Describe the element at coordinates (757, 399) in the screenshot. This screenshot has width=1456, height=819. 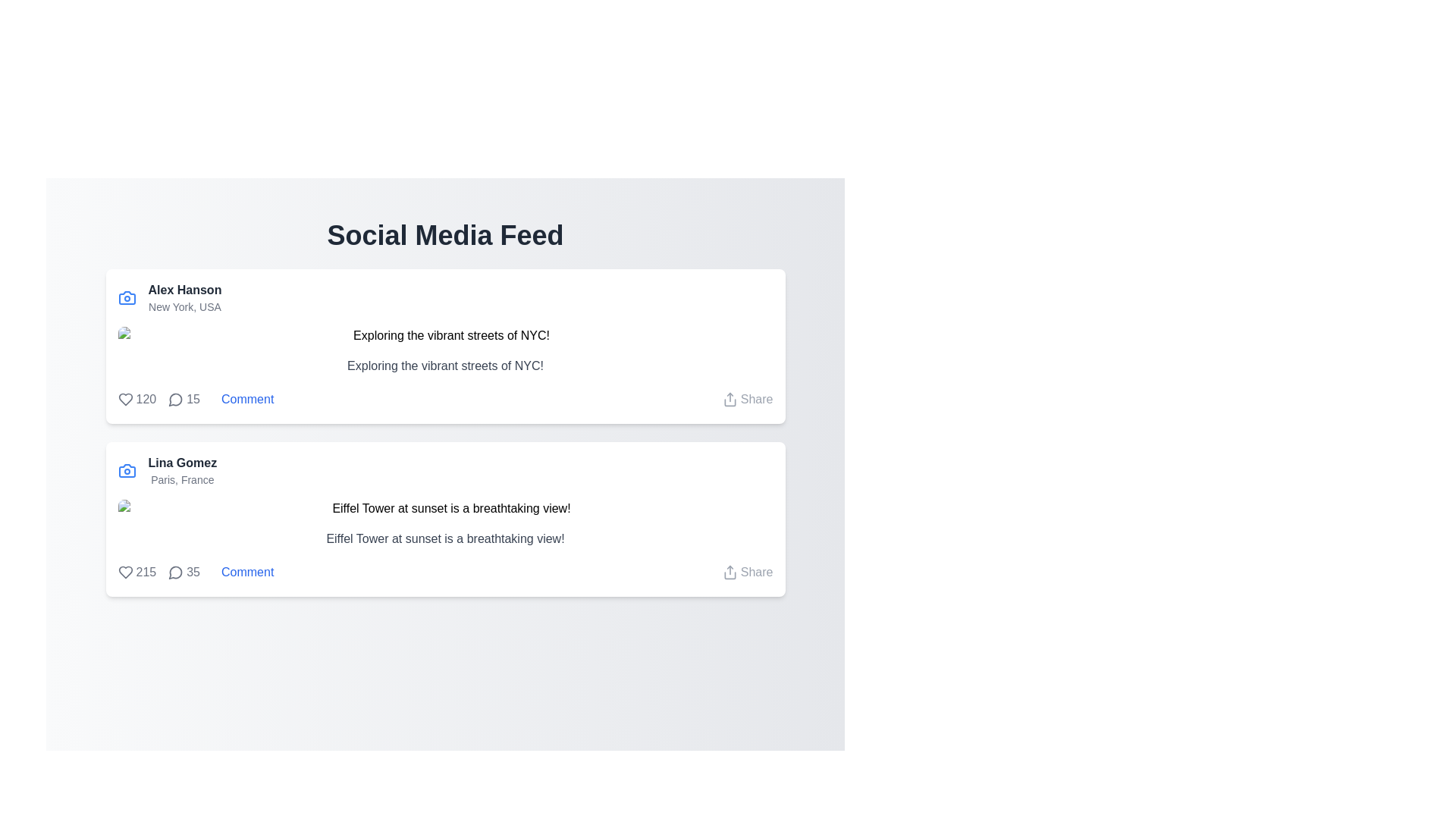
I see `'Share' text label located below the post, which indicates the action of sharing the associated post on the platform` at that location.